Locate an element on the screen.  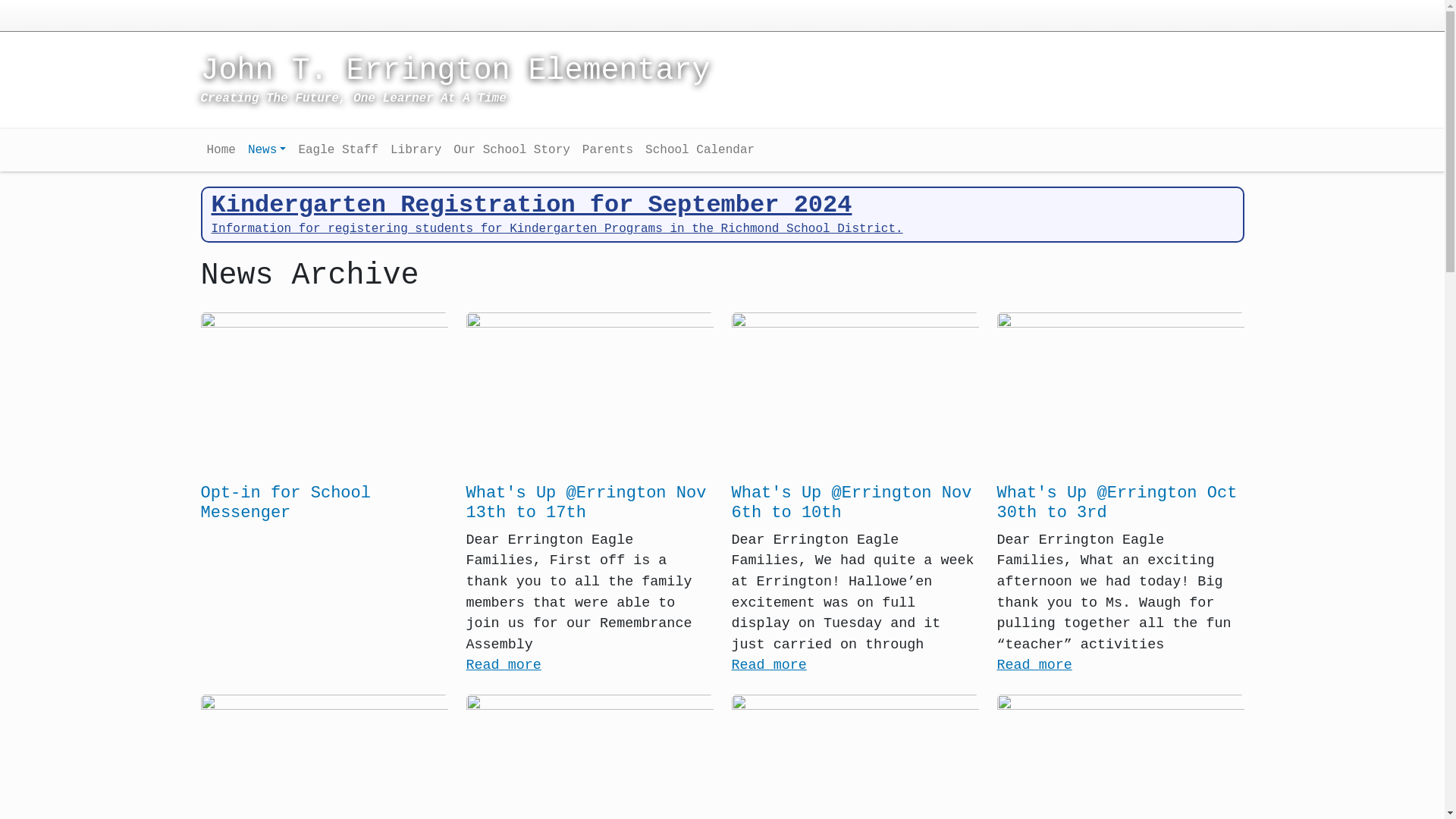
'Our School Story' is located at coordinates (512, 149).